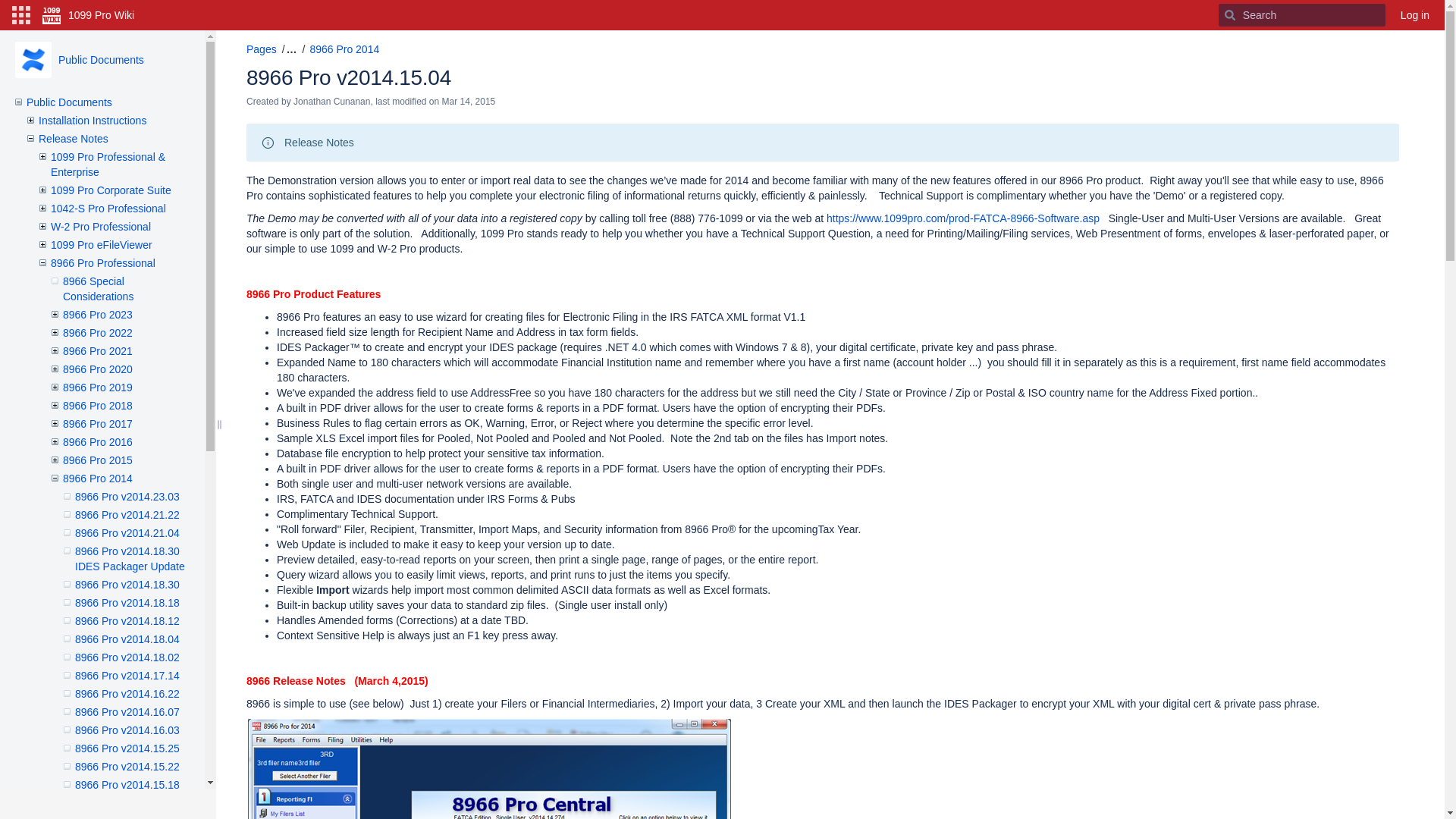 The width and height of the screenshot is (1456, 819). I want to click on '8966 Pro v2014.15.25', so click(127, 748).